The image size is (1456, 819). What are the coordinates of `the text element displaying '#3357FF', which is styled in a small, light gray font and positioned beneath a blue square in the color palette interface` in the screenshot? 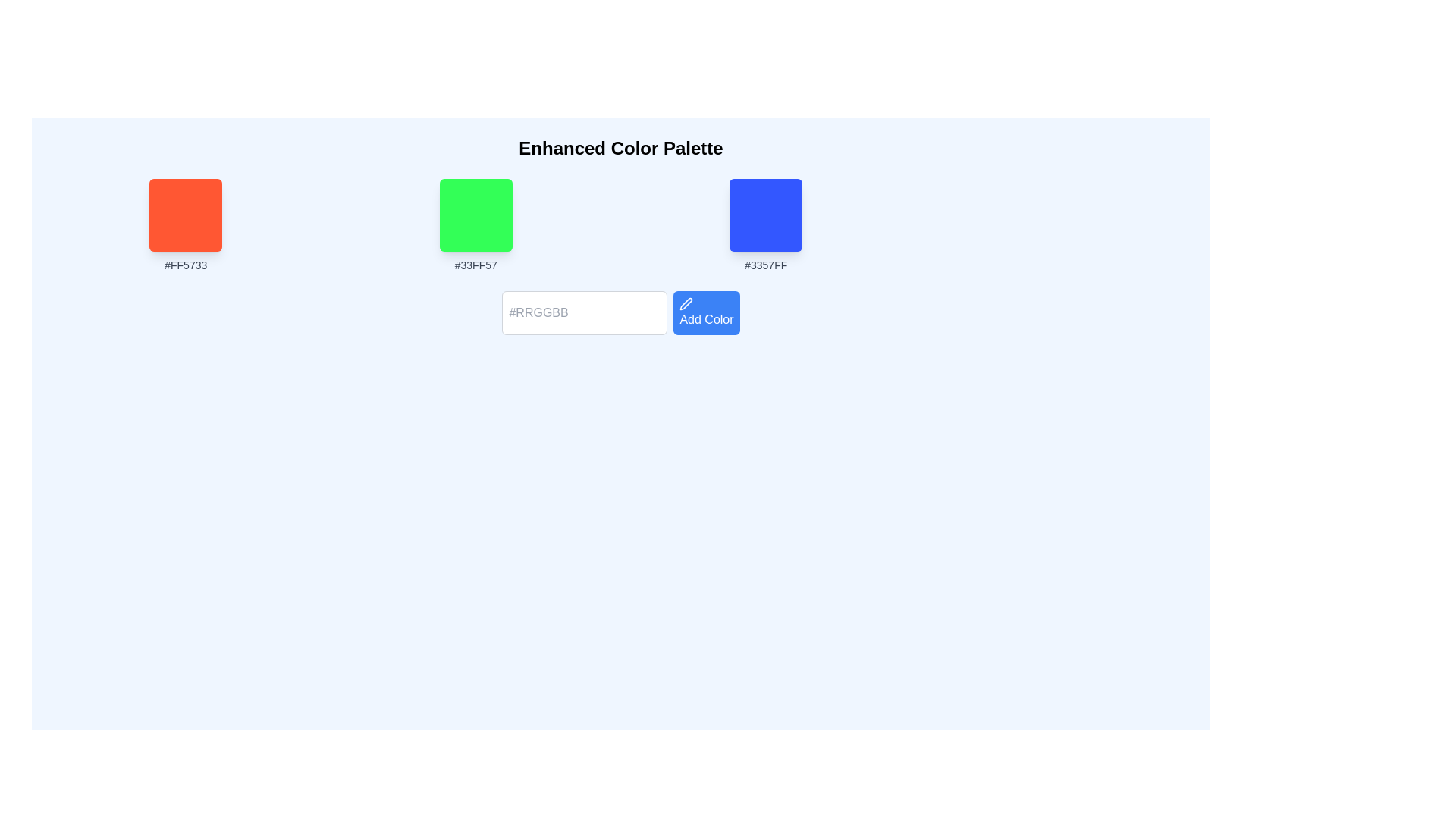 It's located at (766, 265).